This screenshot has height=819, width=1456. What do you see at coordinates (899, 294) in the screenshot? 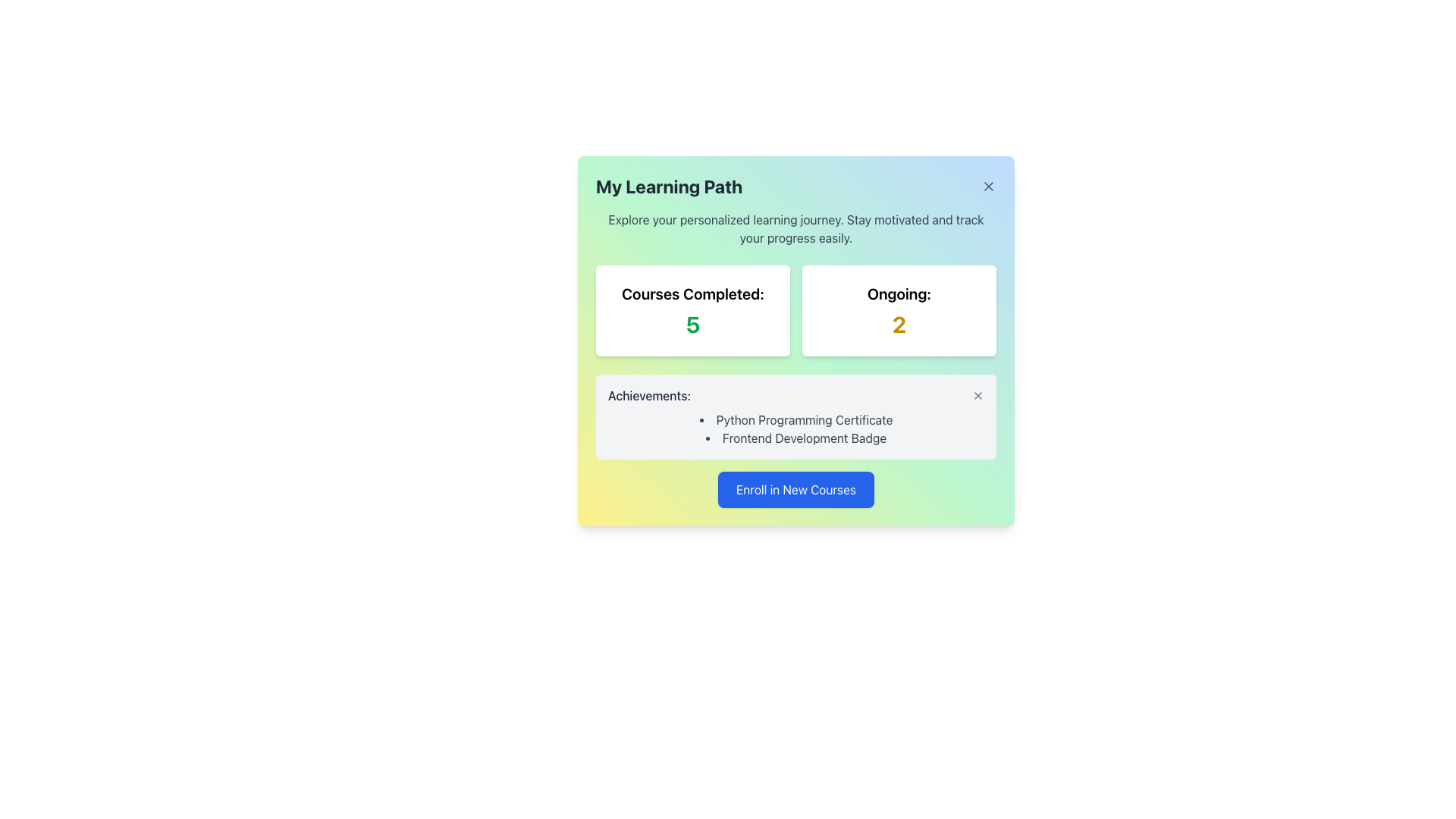
I see `the text label displaying 'Ongoing:' which is prominently styled in bold and large font located in the top-right division of the interface` at bounding box center [899, 294].